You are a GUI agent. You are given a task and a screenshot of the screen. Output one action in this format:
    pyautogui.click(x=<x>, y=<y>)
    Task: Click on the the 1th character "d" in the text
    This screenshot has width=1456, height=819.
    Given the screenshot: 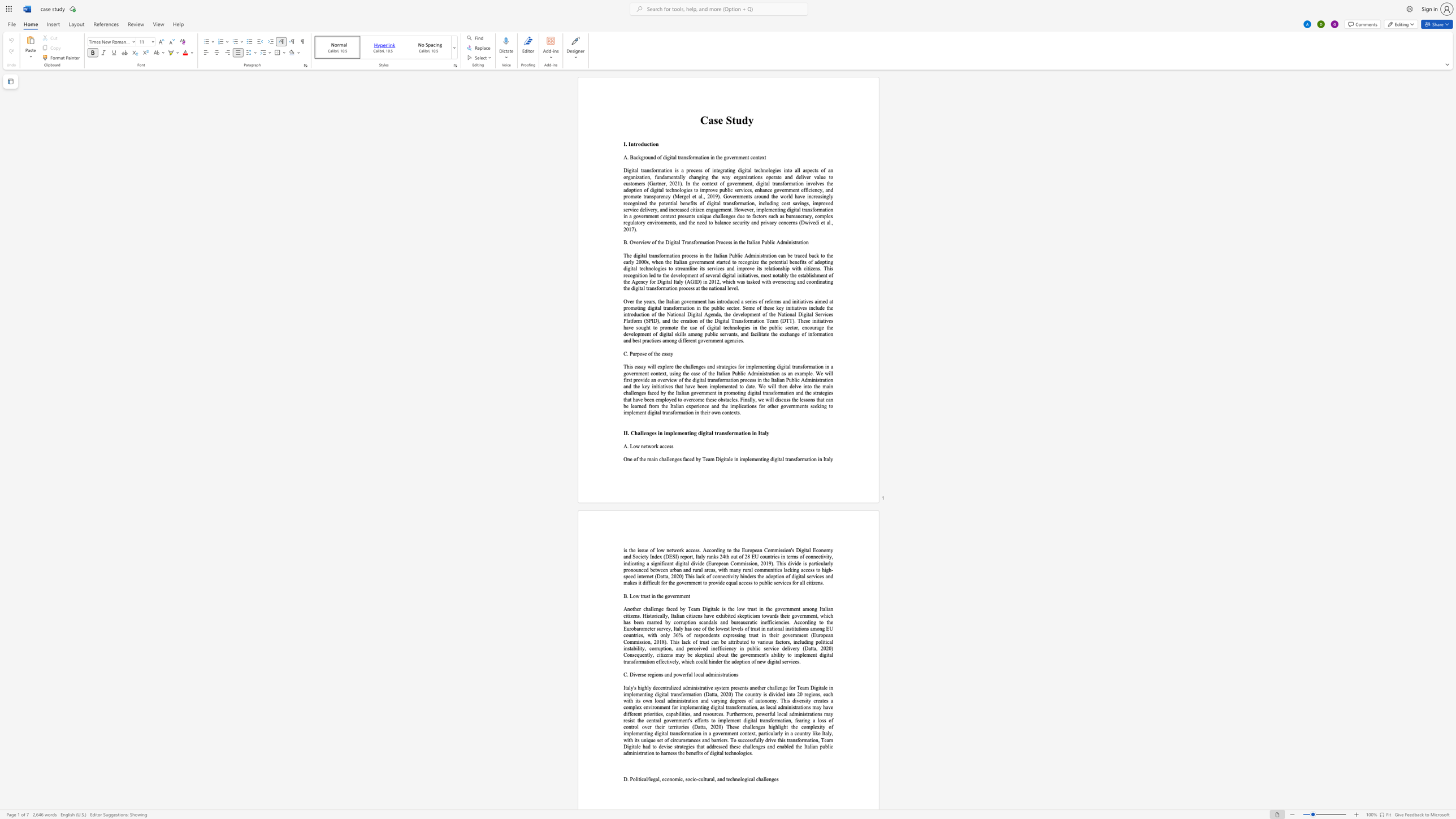 What is the action you would take?
    pyautogui.click(x=748, y=575)
    